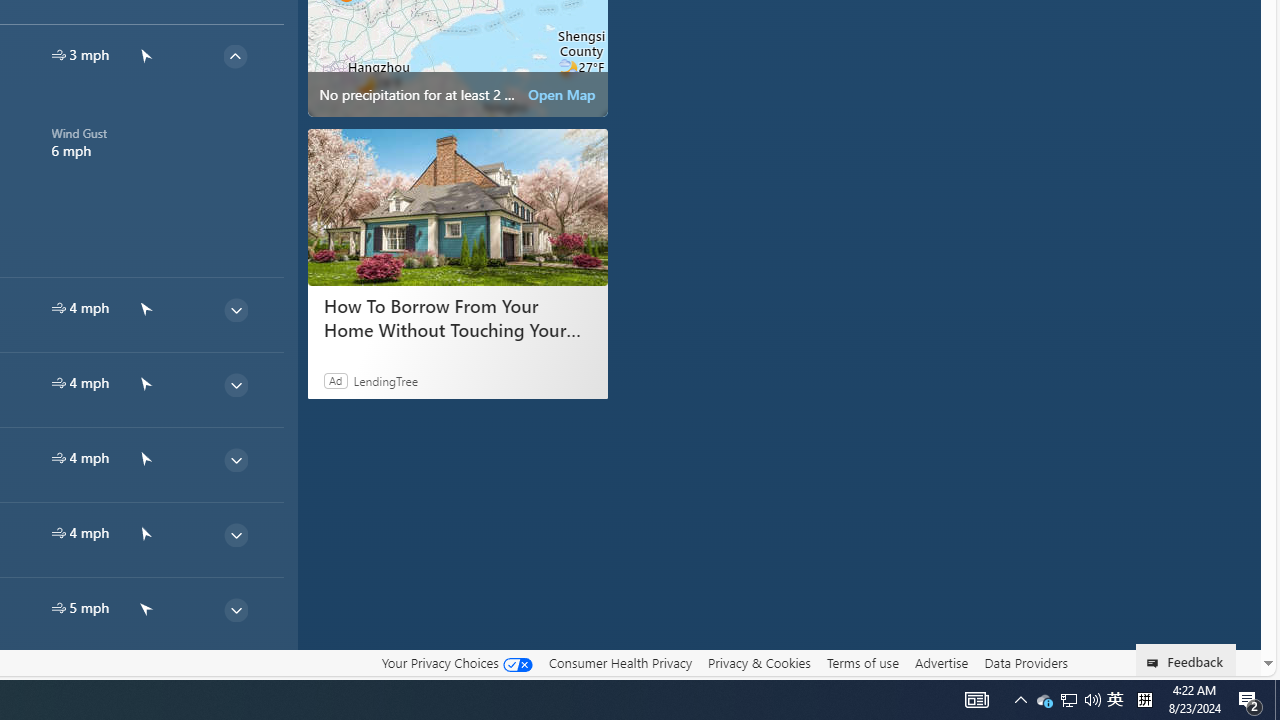  What do you see at coordinates (455, 663) in the screenshot?
I see `'Your Privacy Choices'` at bounding box center [455, 663].